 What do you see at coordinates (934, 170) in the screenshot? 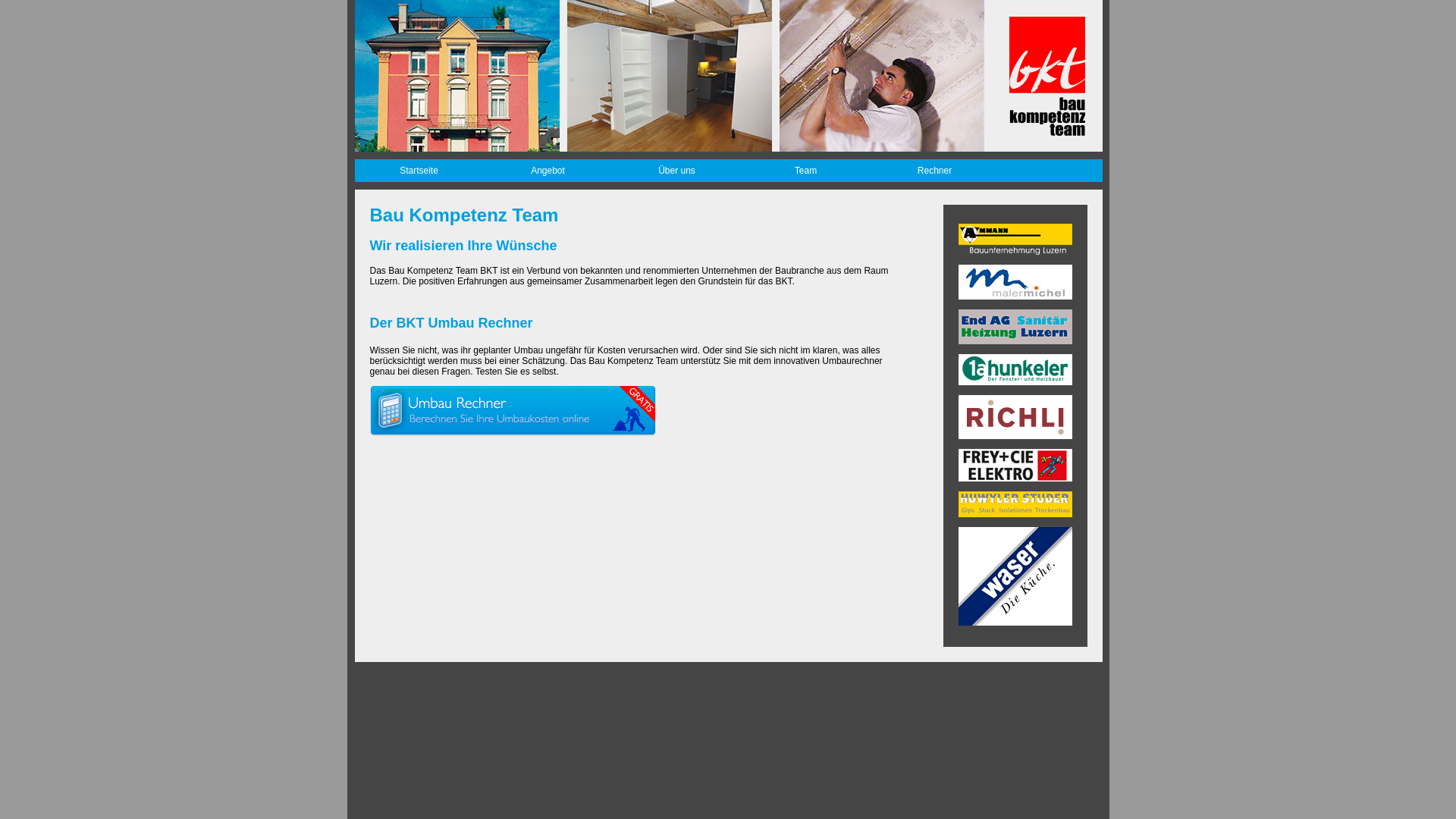
I see `'Rechner'` at bounding box center [934, 170].